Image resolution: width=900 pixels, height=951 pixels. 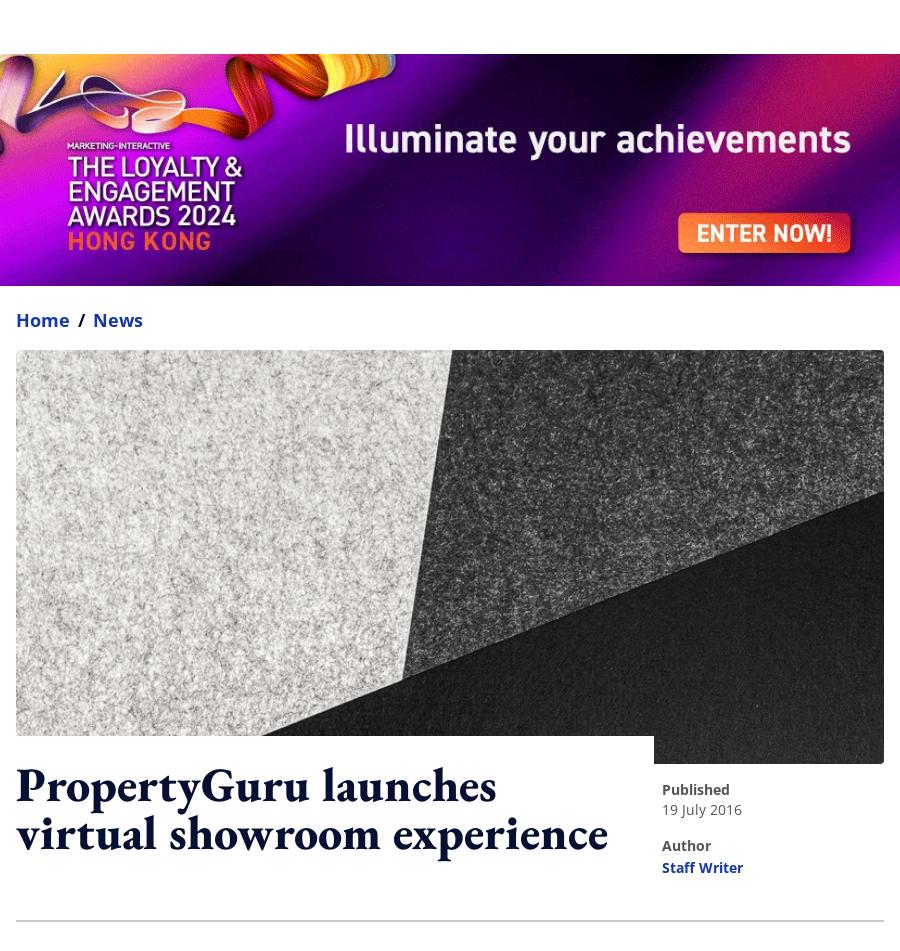 I want to click on 'We break down the big and messy topics of the day so you're updated on the most important developments in Asia's marketing development – for free.', so click(x=399, y=706).